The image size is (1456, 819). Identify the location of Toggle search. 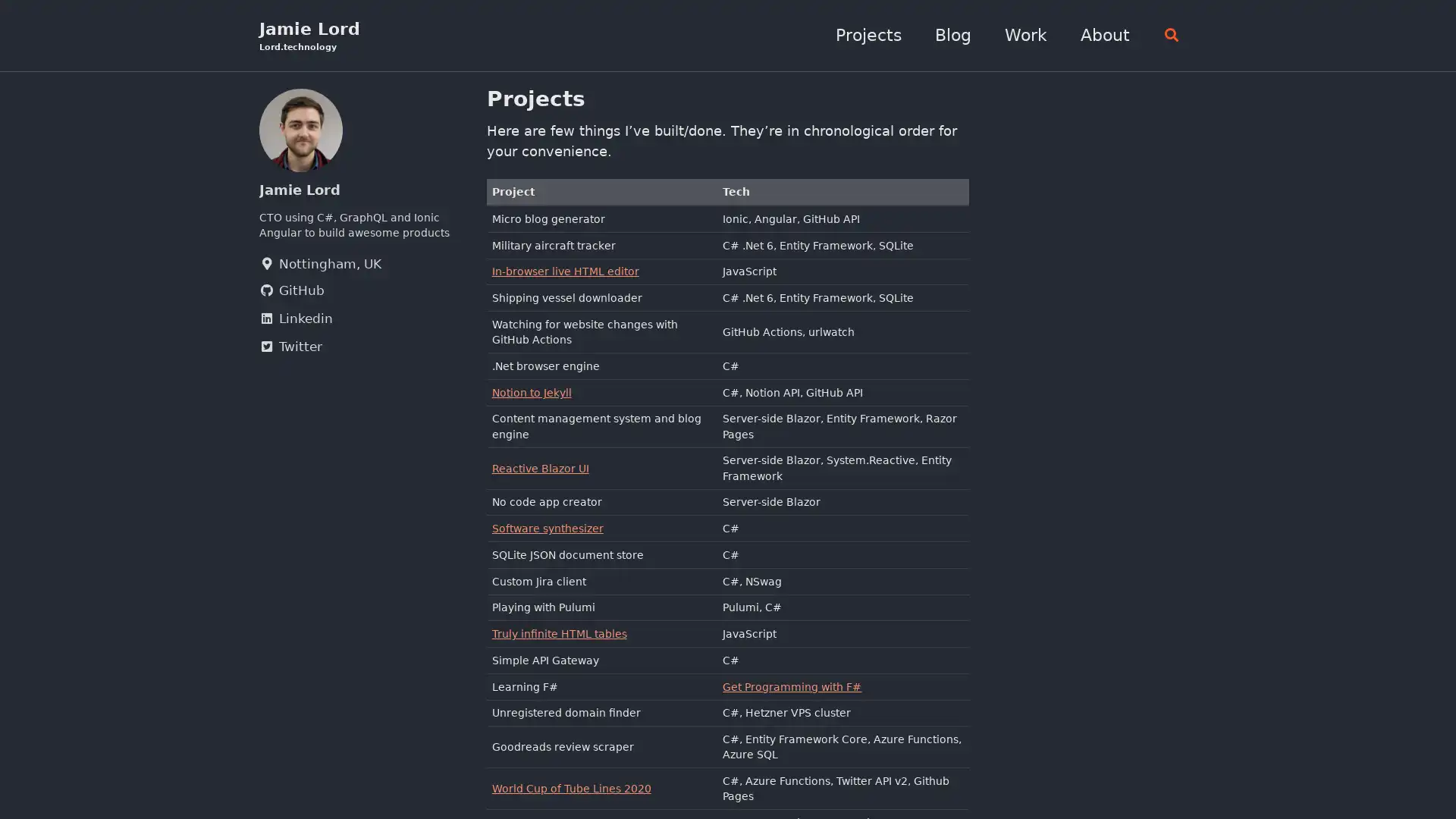
(1166, 35).